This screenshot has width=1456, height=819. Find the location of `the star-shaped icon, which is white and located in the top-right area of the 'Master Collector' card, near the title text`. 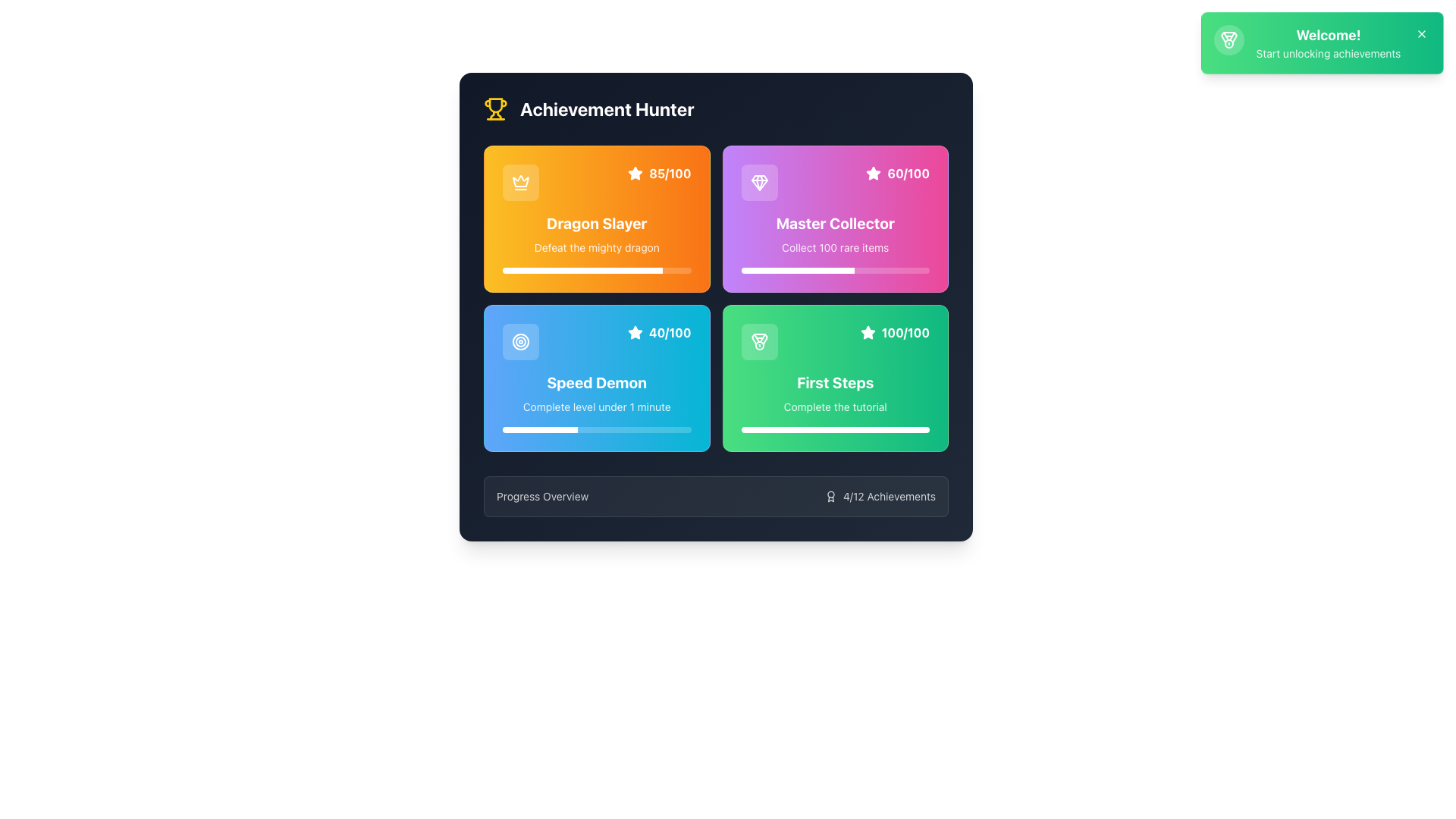

the star-shaped icon, which is white and located in the top-right area of the 'Master Collector' card, near the title text is located at coordinates (868, 331).